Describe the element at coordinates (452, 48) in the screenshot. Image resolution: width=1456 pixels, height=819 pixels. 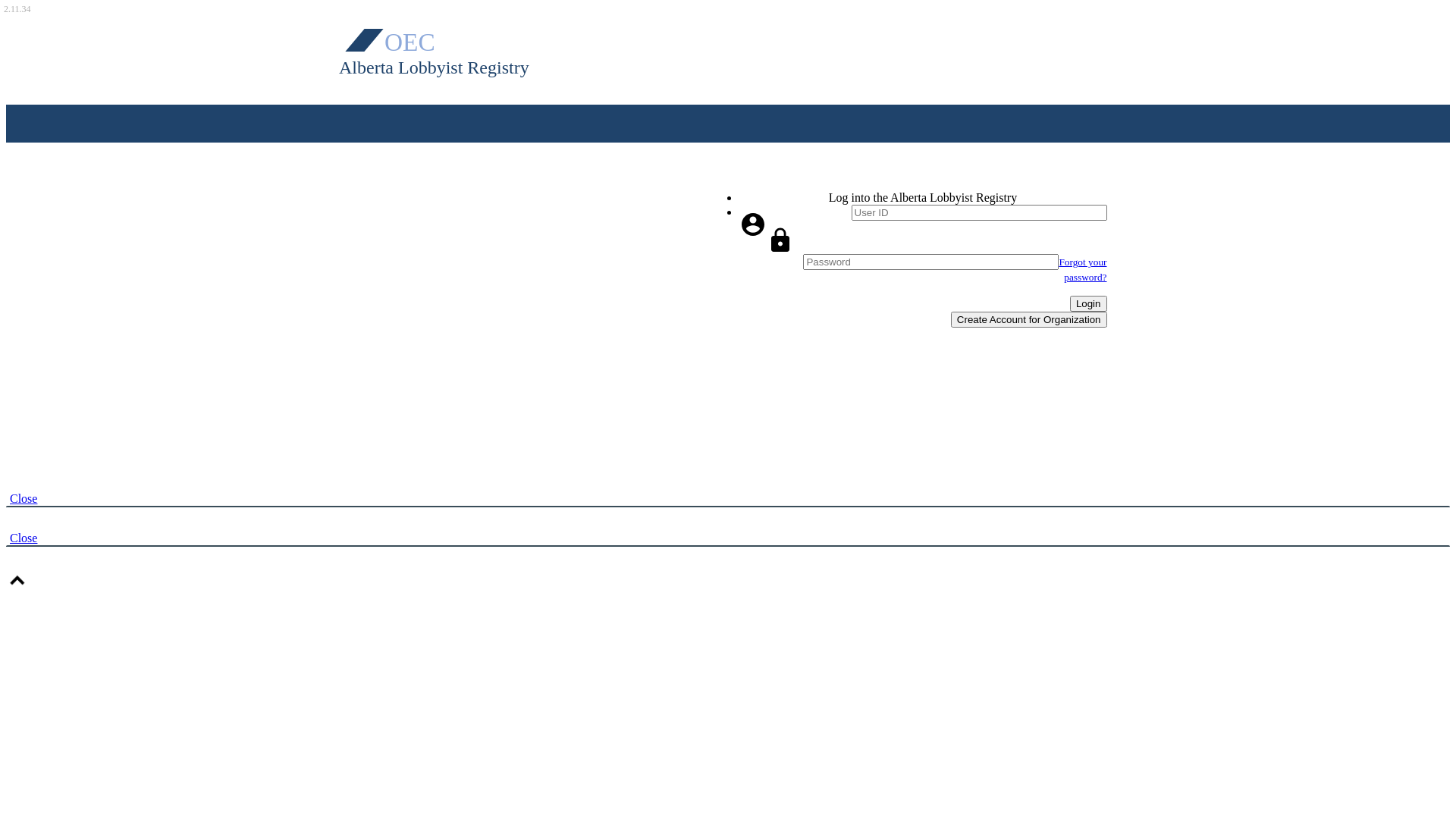
I see `'OEC` at that location.